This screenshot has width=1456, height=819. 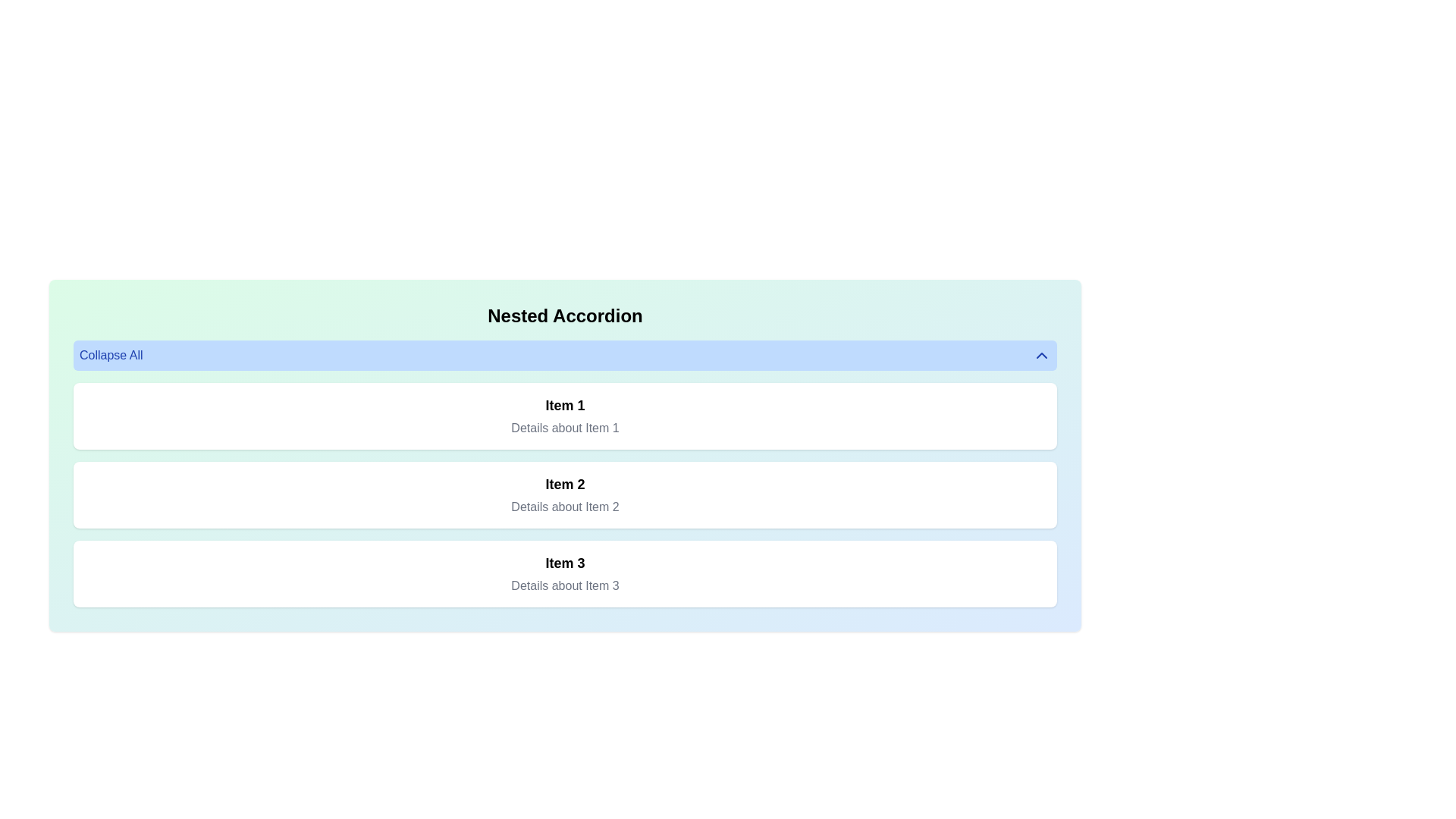 What do you see at coordinates (564, 494) in the screenshot?
I see `the list item 2` at bounding box center [564, 494].